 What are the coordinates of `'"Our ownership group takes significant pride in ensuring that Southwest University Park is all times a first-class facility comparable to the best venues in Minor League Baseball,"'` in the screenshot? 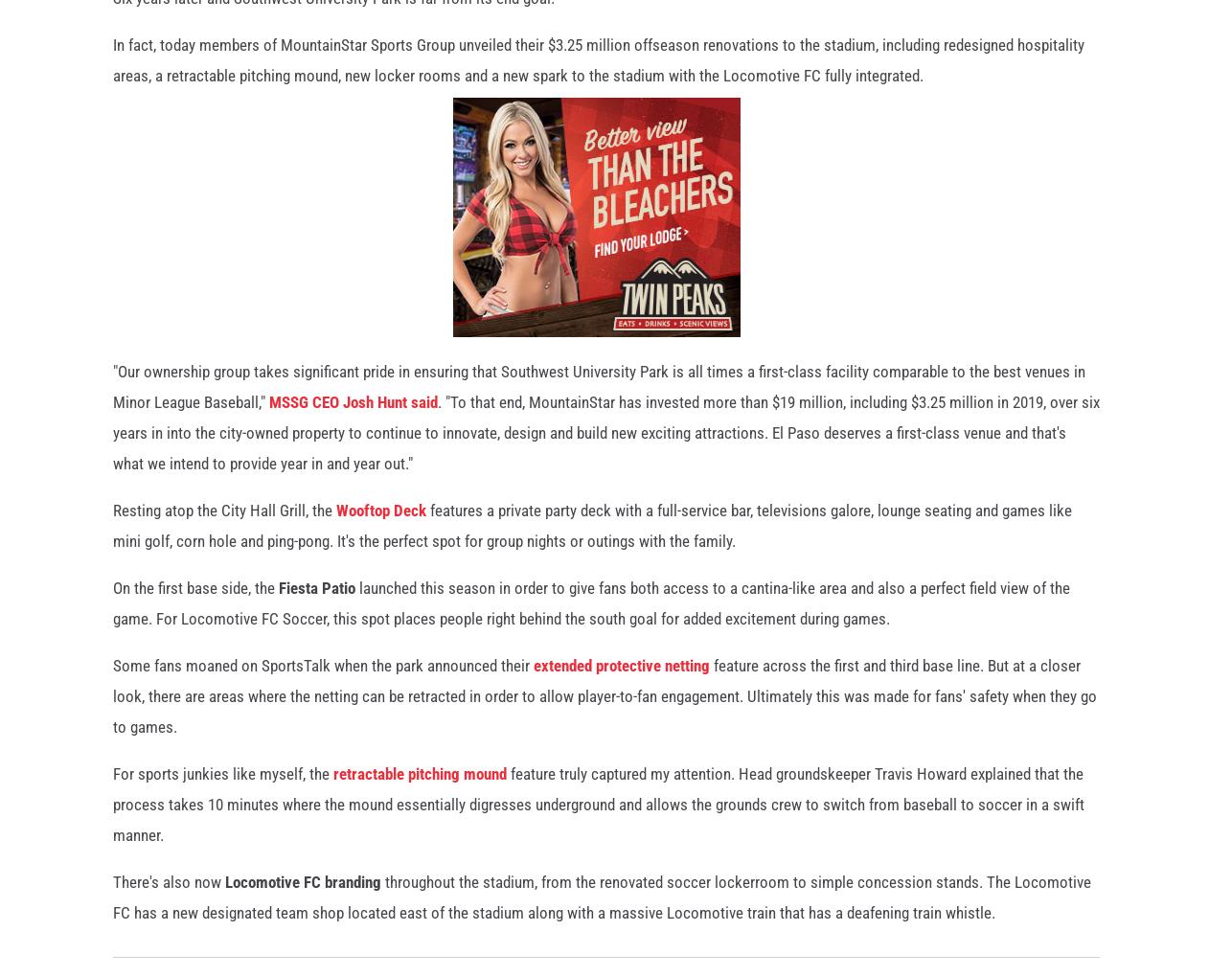 It's located at (598, 395).